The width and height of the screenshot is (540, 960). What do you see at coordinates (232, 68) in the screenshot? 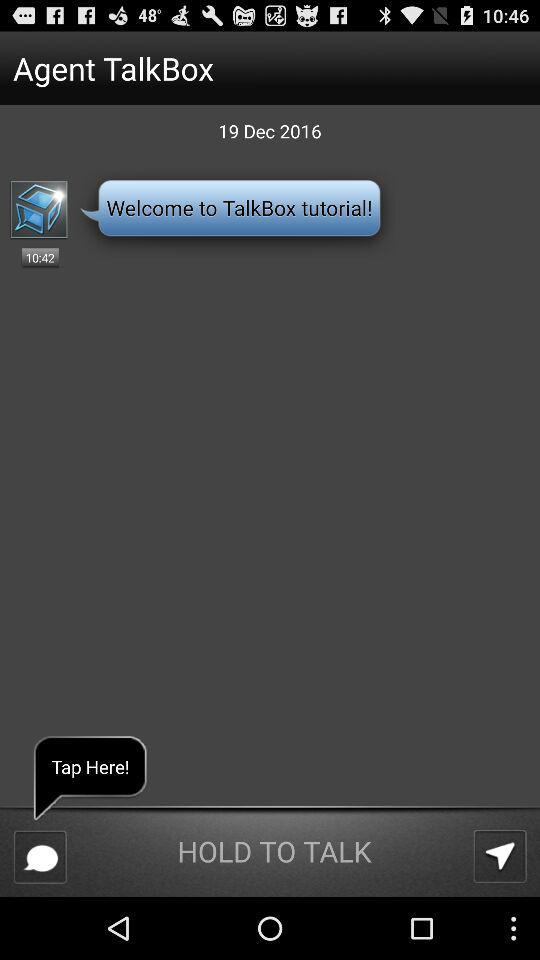
I see `the agent talkbox item` at bounding box center [232, 68].